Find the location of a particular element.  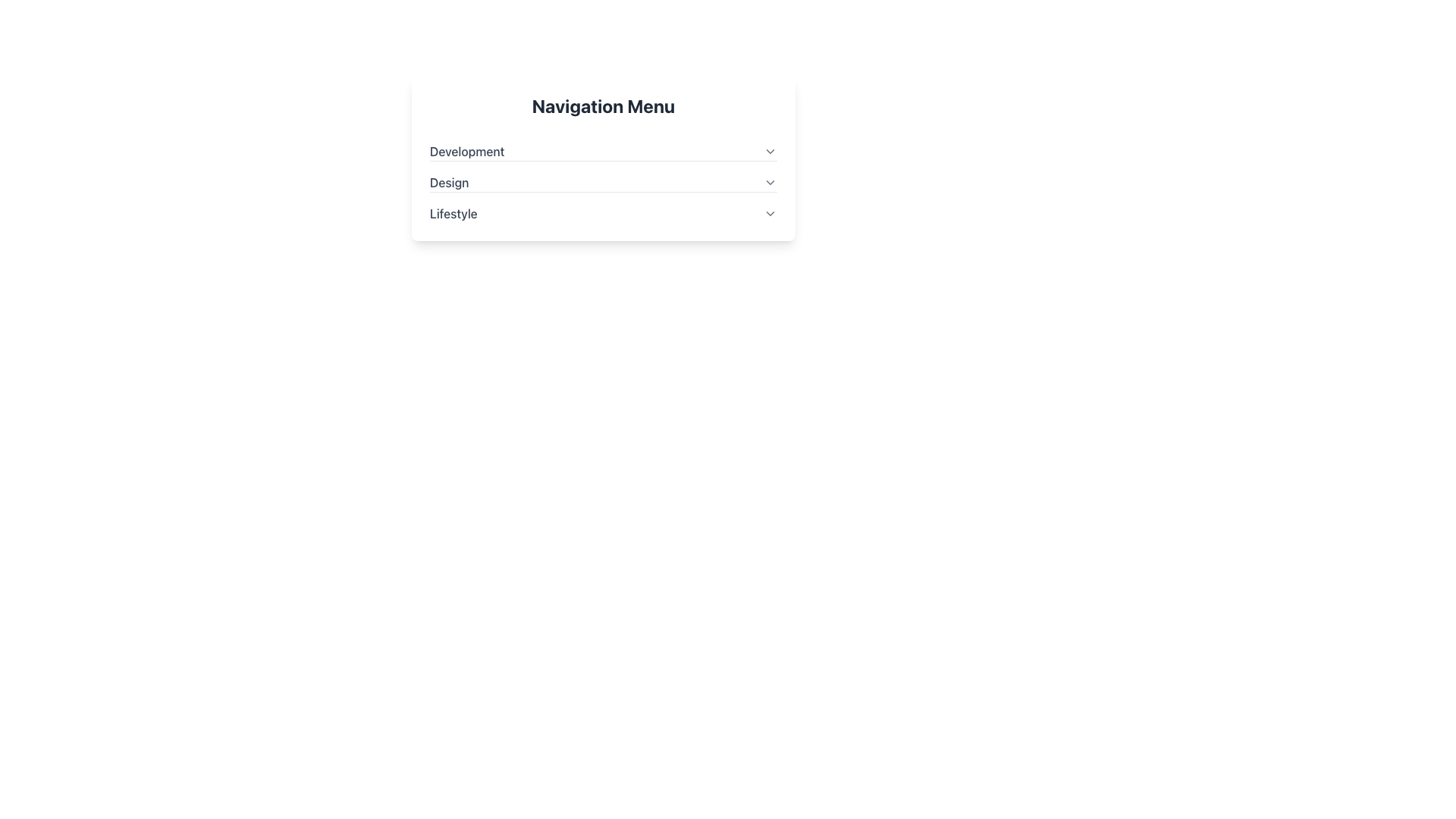

the third item in the navigation menu, labeled 'Lifestyle' is located at coordinates (603, 207).